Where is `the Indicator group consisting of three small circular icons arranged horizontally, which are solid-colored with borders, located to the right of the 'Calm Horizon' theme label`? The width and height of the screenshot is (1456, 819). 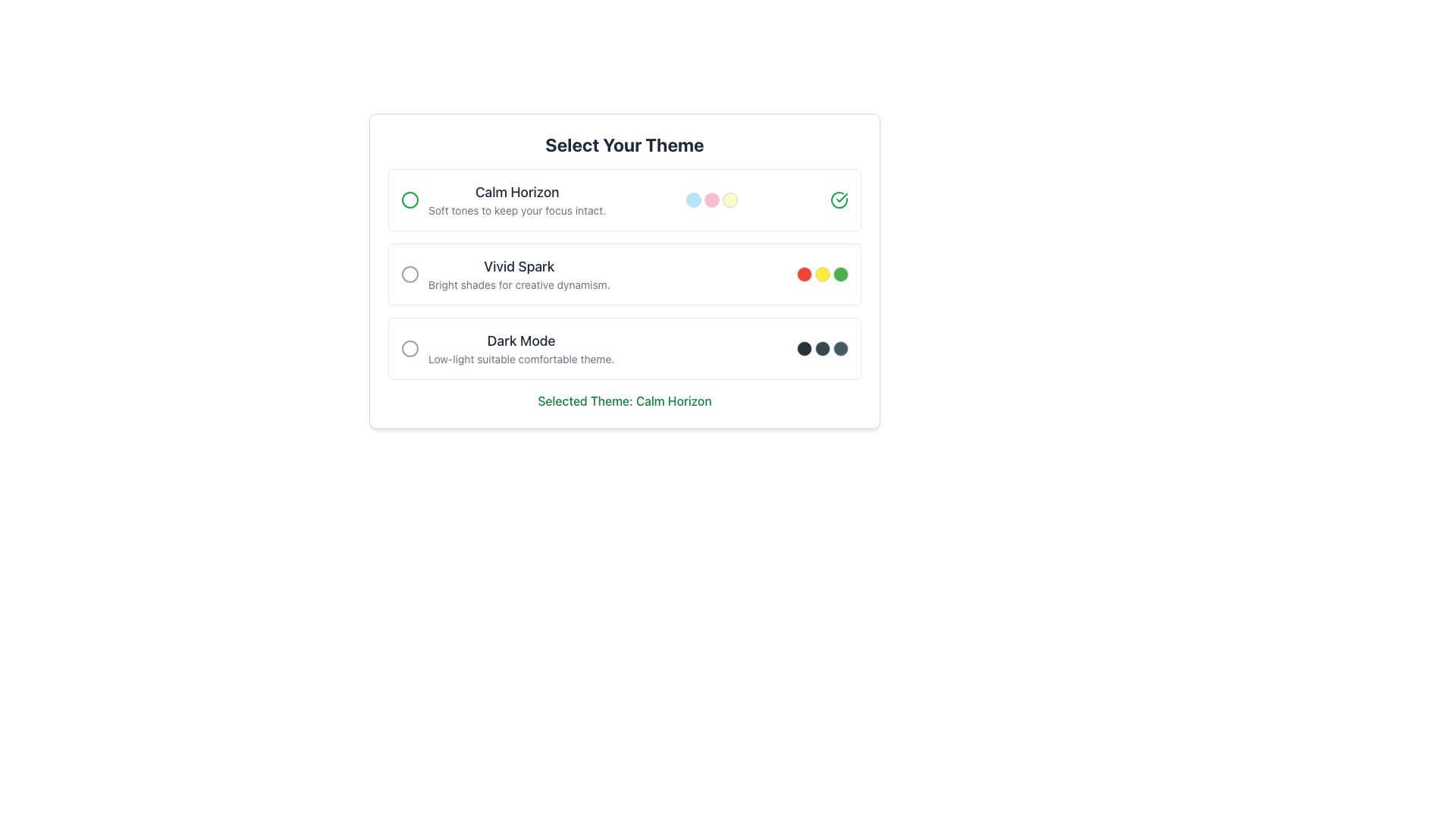 the Indicator group consisting of three small circular icons arranged horizontally, which are solid-colored with borders, located to the right of the 'Calm Horizon' theme label is located at coordinates (711, 199).